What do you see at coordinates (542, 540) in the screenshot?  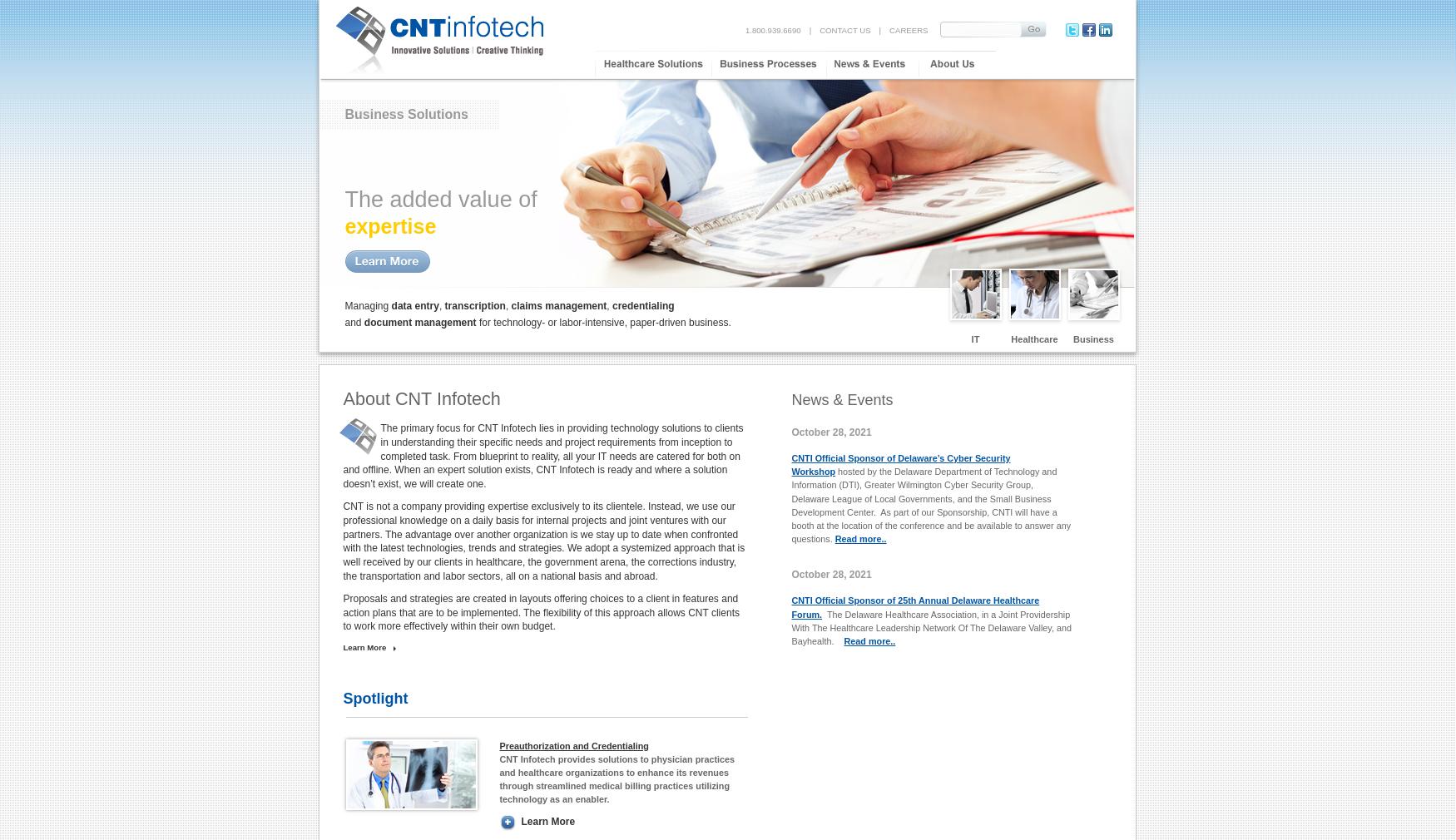 I see `'CNT is not a company providing expertise exclusively to its clientele. Instead, we use our professional knowledge on a daily basis for internal projects and joint ventures with our partners. The advantage over another organization is we stay up to date when confronted with the latest technologies, trends and strategies. We adopt a systemized approach that is well received by our clients in healthcare, the government arena, the corrections industry, the transportation and labor sectors, all on a national basis and abroad.'` at bounding box center [542, 540].